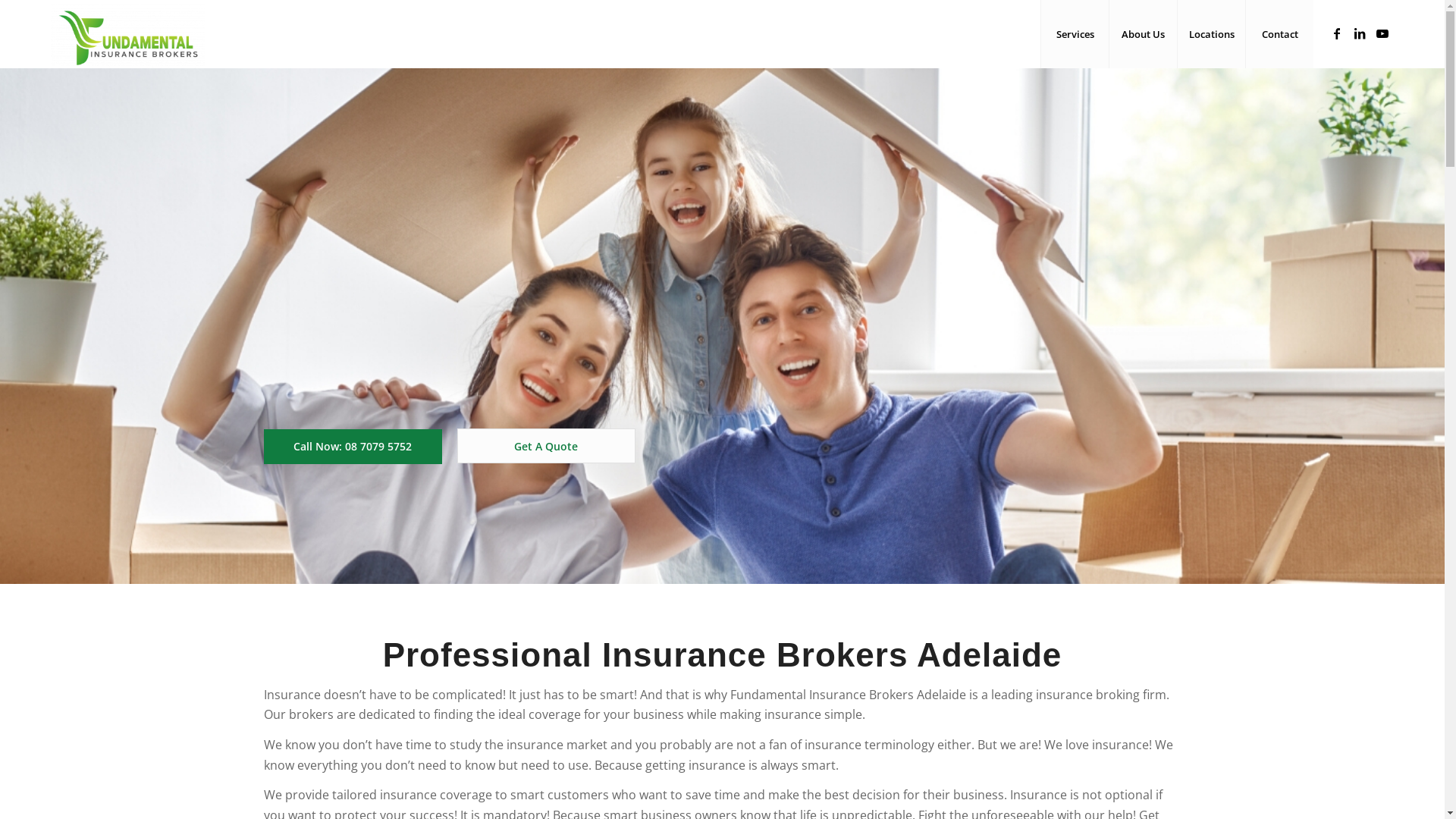 This screenshot has height=819, width=1456. What do you see at coordinates (545, 444) in the screenshot?
I see `'Get A Quote'` at bounding box center [545, 444].